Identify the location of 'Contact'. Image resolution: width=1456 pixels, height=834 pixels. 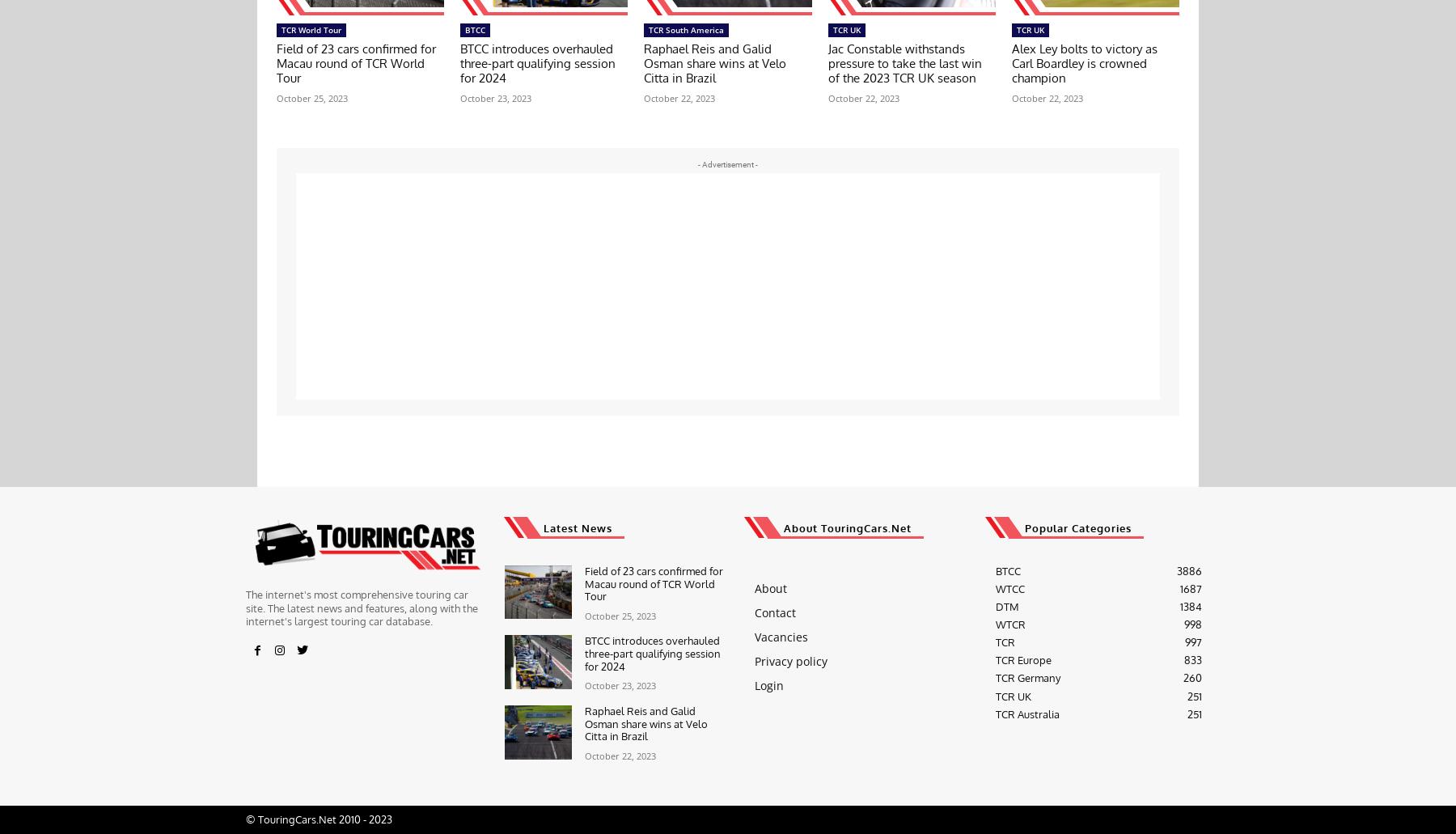
(774, 611).